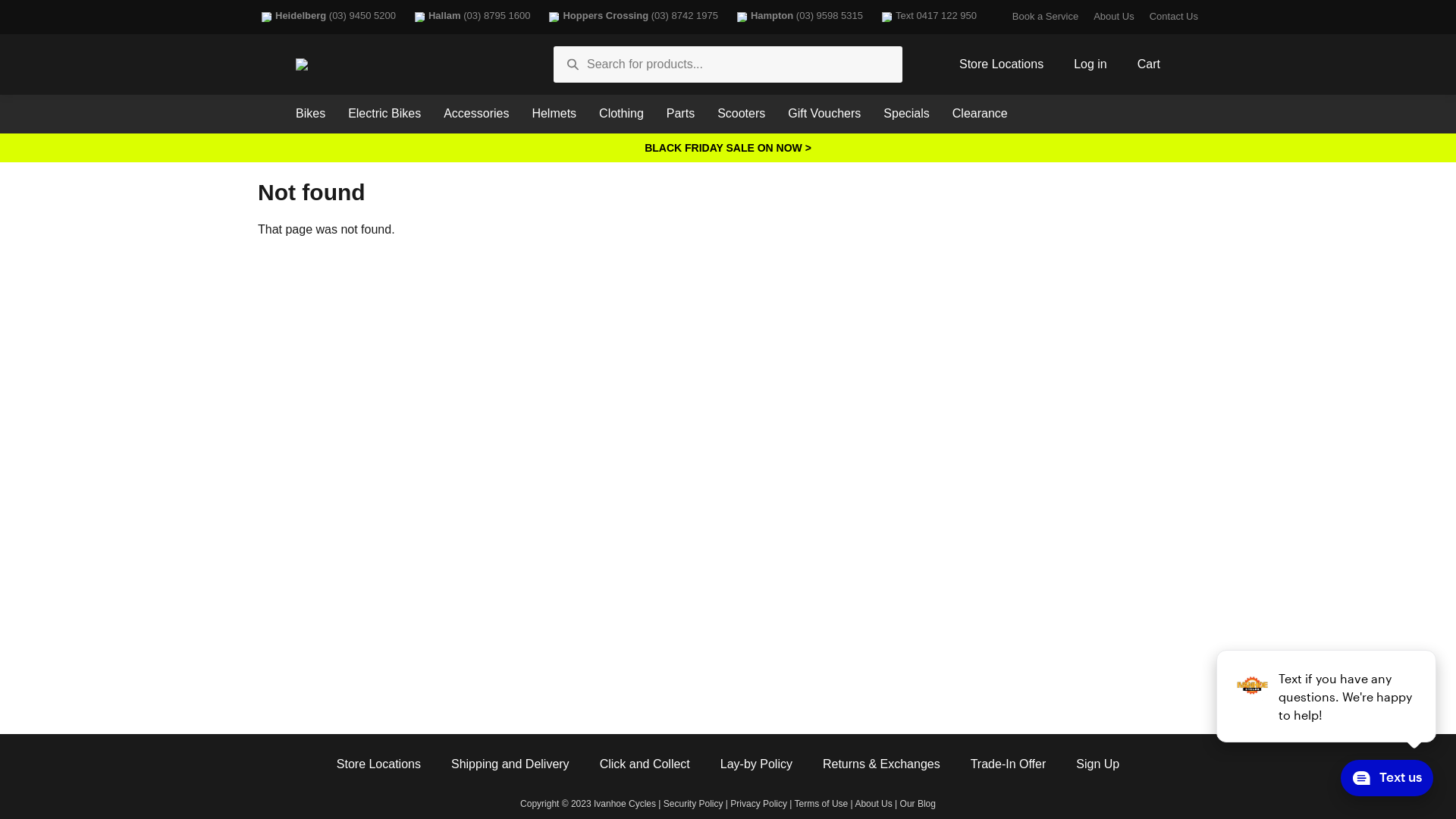 This screenshot has width=1456, height=819. What do you see at coordinates (906, 113) in the screenshot?
I see `'Specials'` at bounding box center [906, 113].